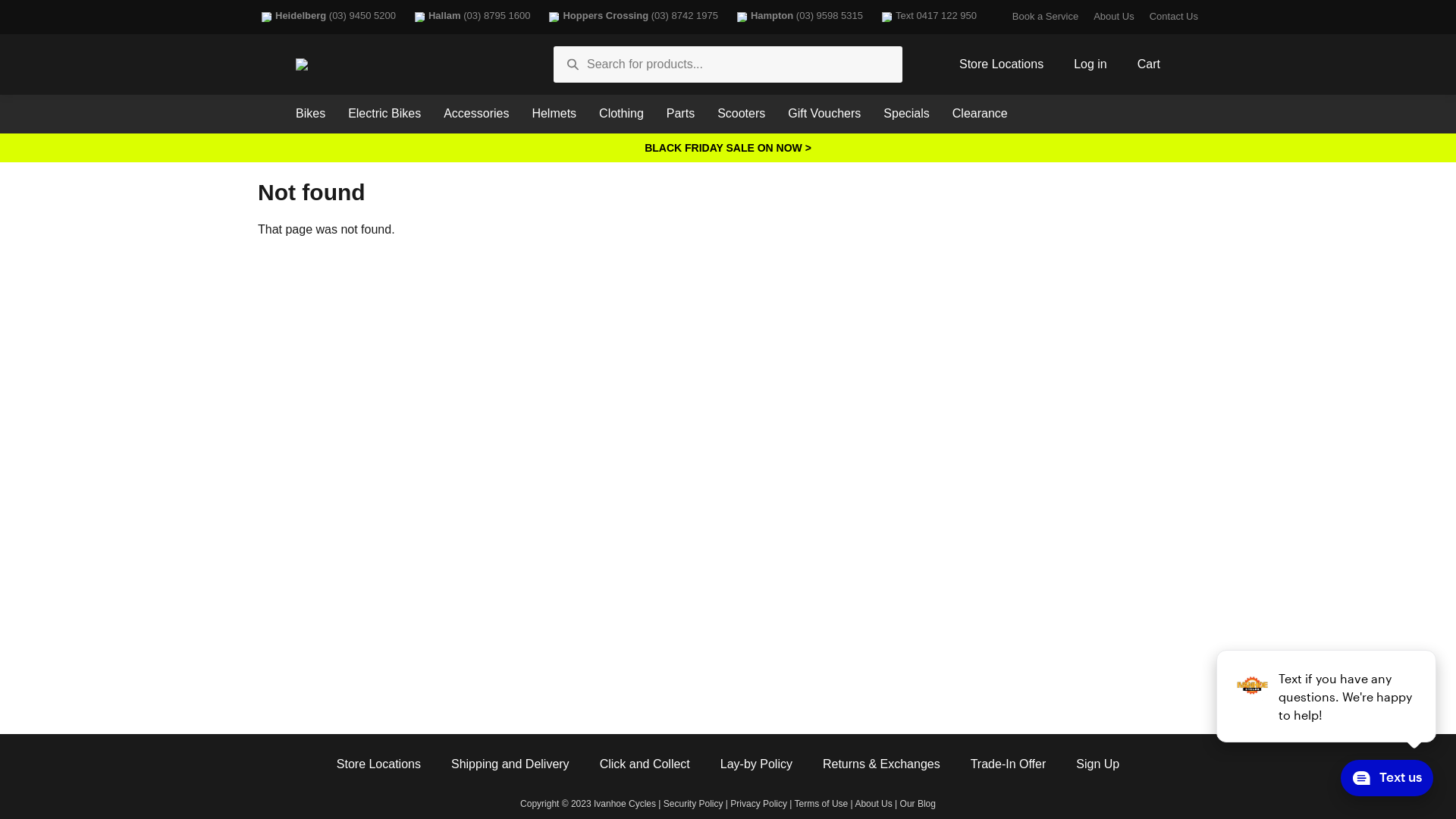 This screenshot has width=1456, height=819. What do you see at coordinates (906, 113) in the screenshot?
I see `'Specials'` at bounding box center [906, 113].